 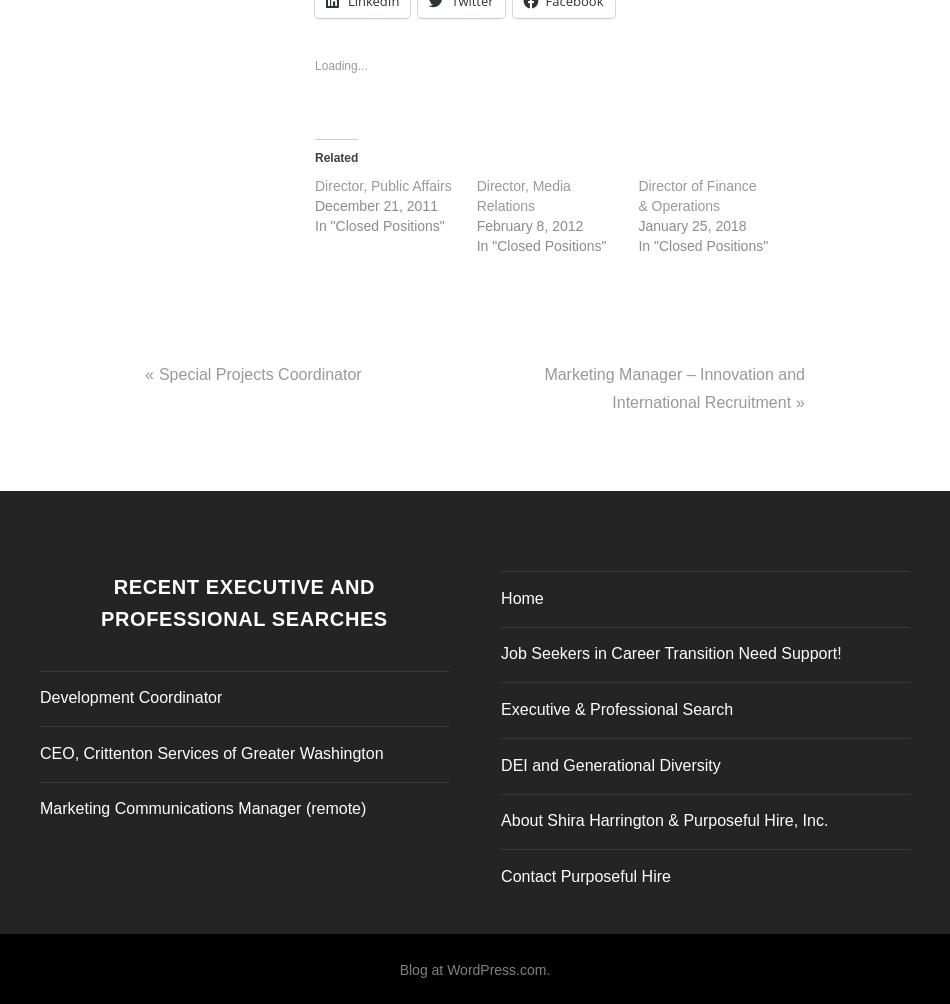 What do you see at coordinates (522, 592) in the screenshot?
I see `'Home'` at bounding box center [522, 592].